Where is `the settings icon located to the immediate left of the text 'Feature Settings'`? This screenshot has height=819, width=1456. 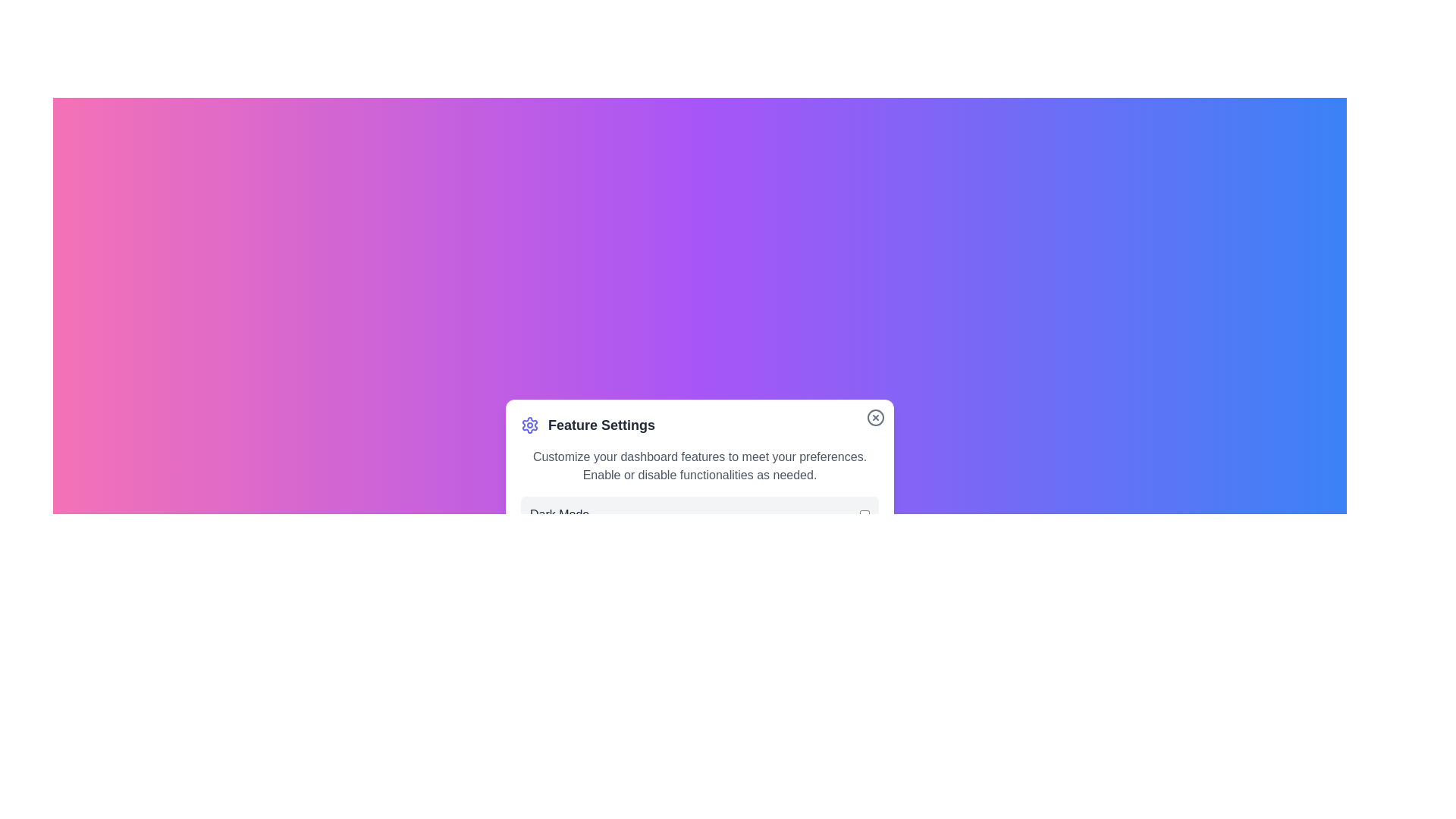
the settings icon located to the immediate left of the text 'Feature Settings' is located at coordinates (530, 425).